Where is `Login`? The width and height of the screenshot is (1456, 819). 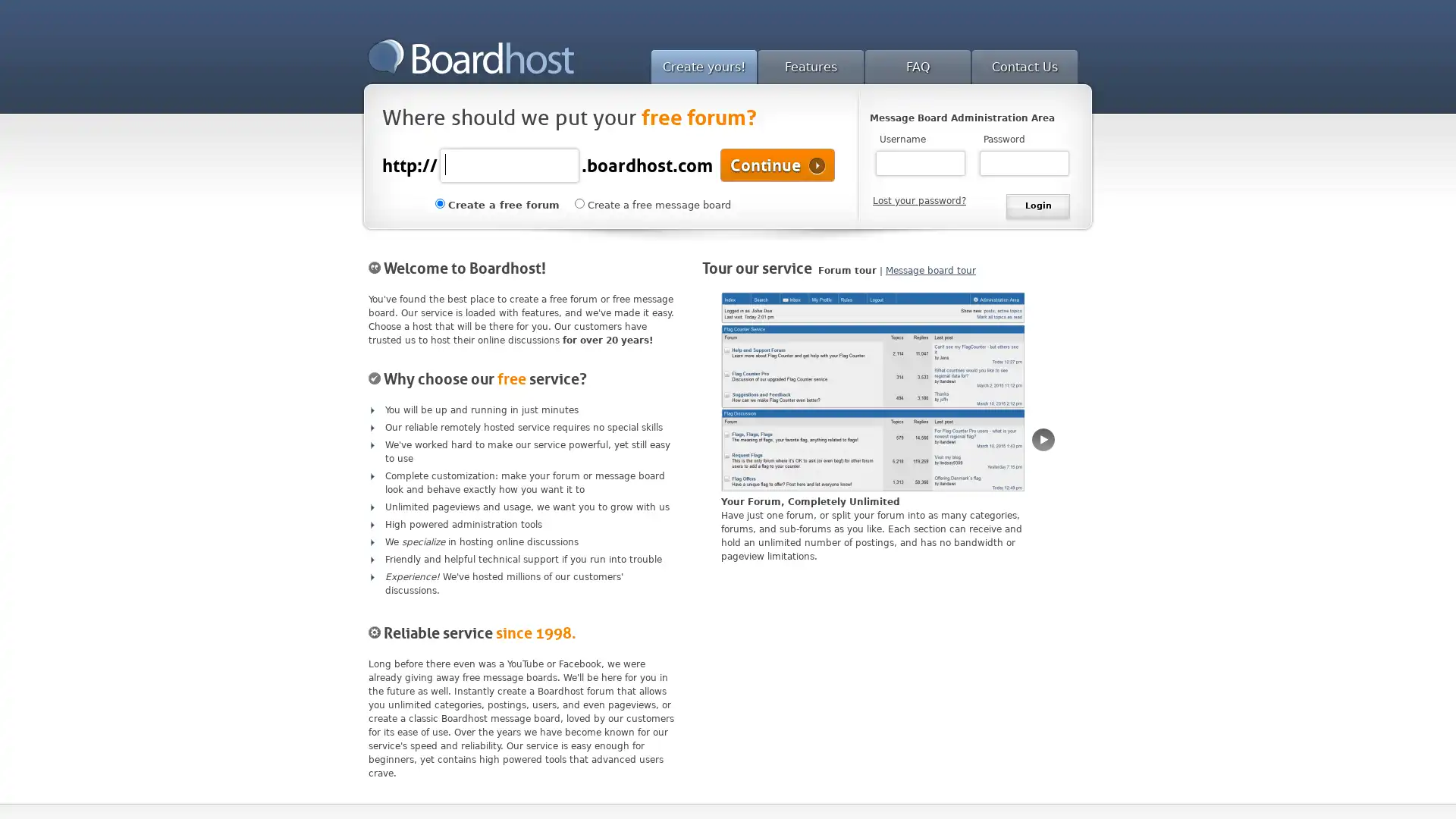
Login is located at coordinates (1037, 207).